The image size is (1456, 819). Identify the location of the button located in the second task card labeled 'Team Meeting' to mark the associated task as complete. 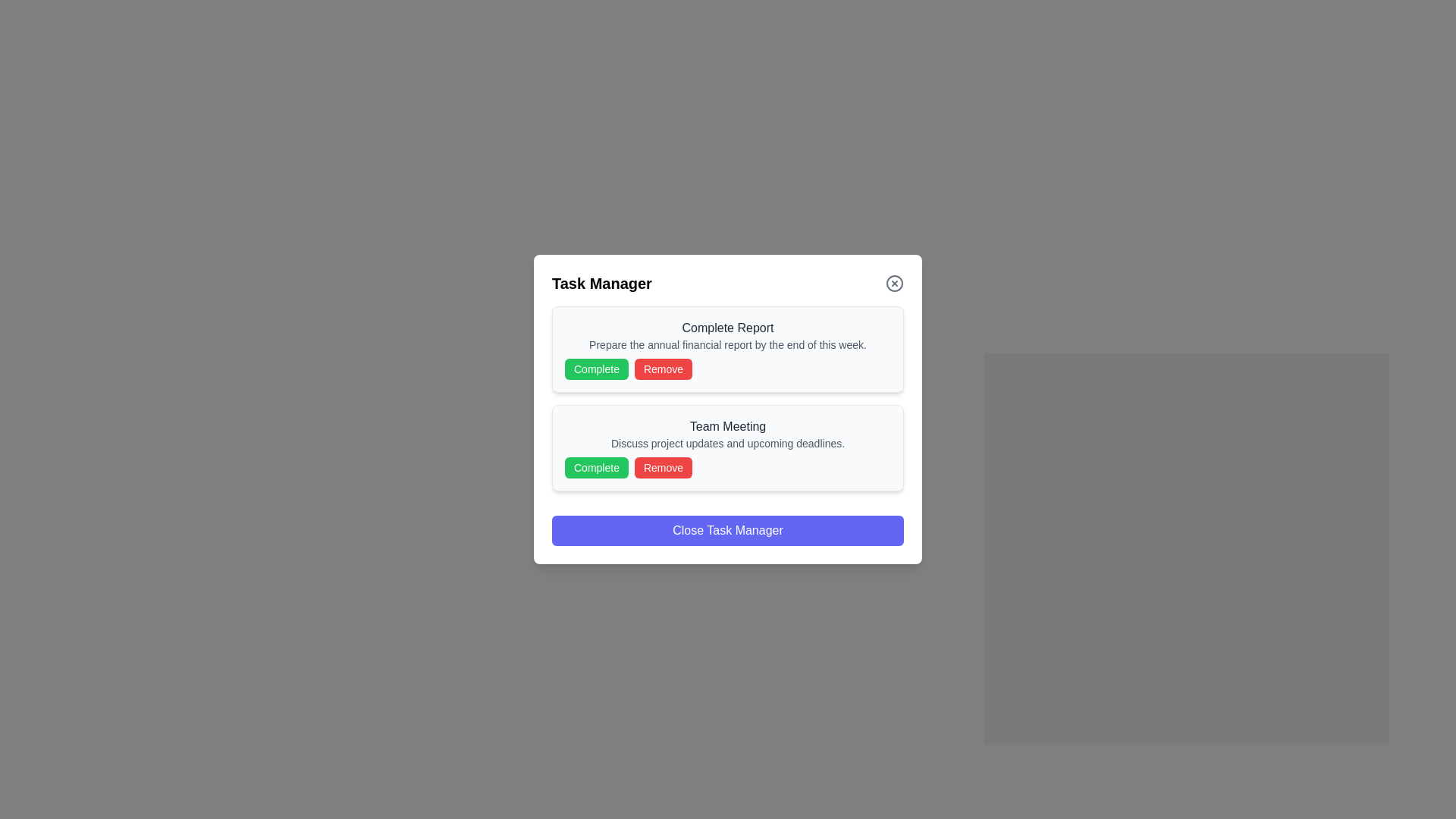
(596, 467).